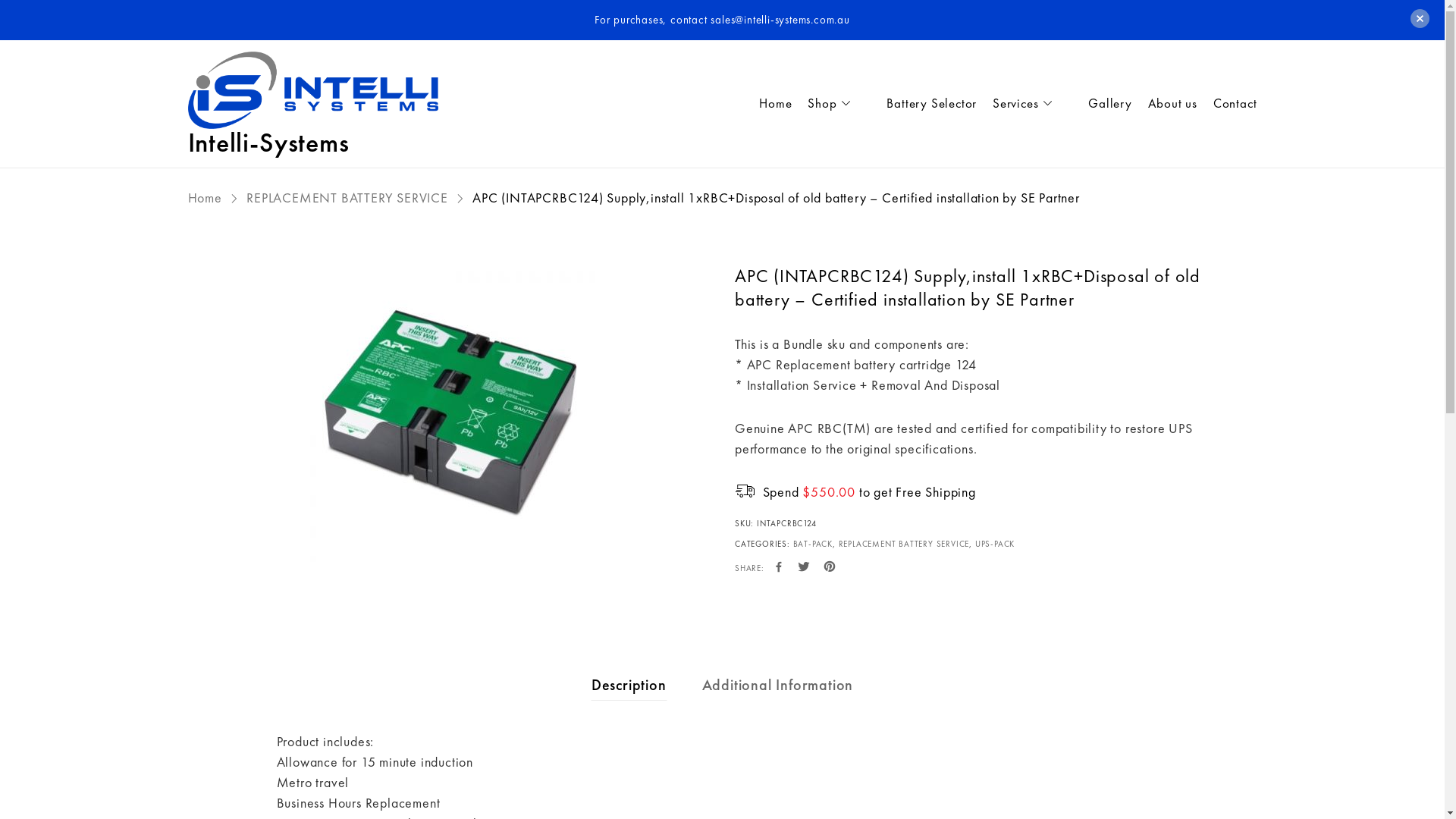 This screenshot has width=1456, height=819. Describe the element at coordinates (1227, 103) in the screenshot. I see `'Contact'` at that location.